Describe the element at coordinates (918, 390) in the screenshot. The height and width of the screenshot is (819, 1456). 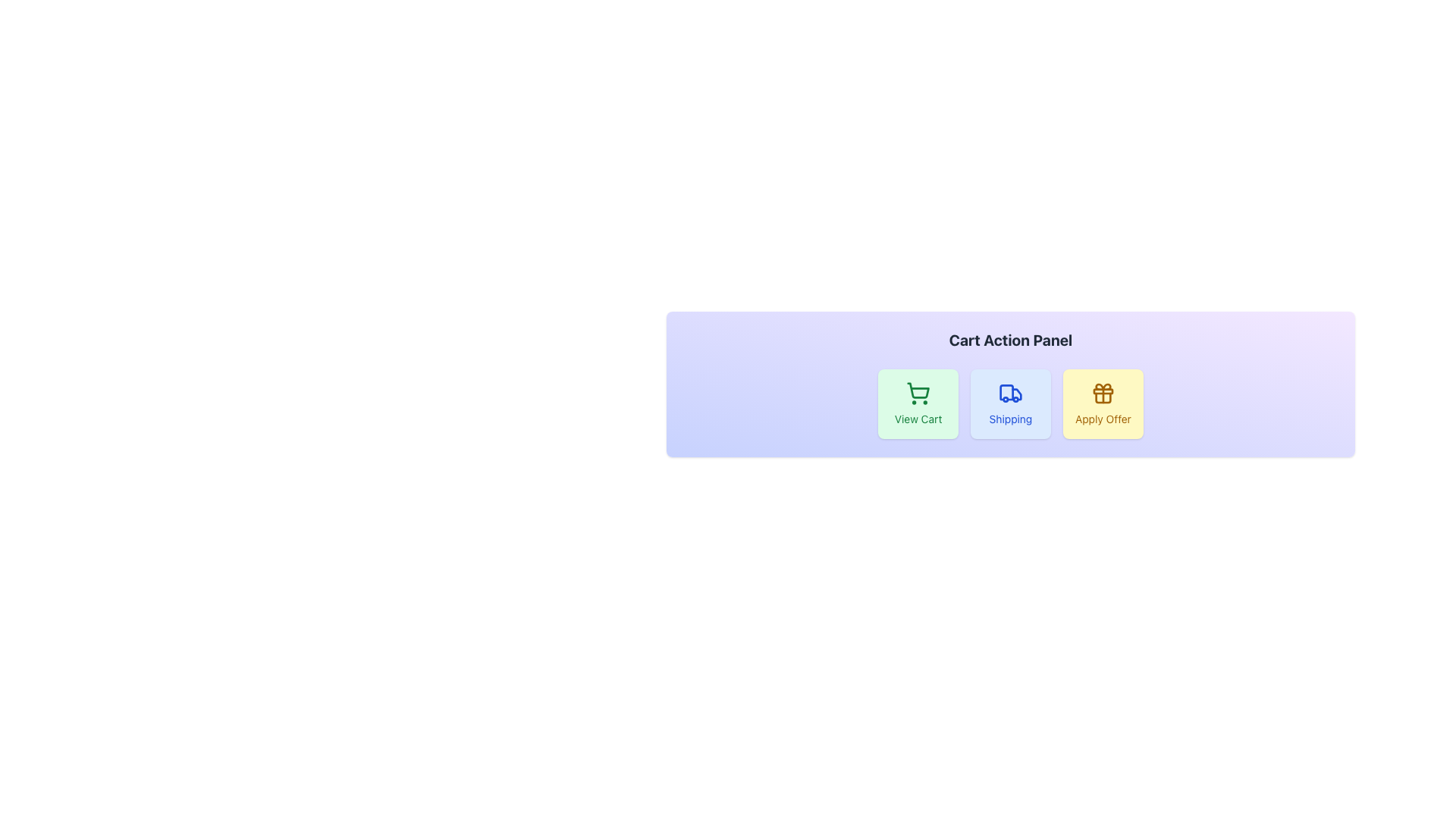
I see `the shopping cart icon located inside the 'View Cart' box in the 'Cart Action Panel'. This icon represents the cart's contents and shopping actions` at that location.